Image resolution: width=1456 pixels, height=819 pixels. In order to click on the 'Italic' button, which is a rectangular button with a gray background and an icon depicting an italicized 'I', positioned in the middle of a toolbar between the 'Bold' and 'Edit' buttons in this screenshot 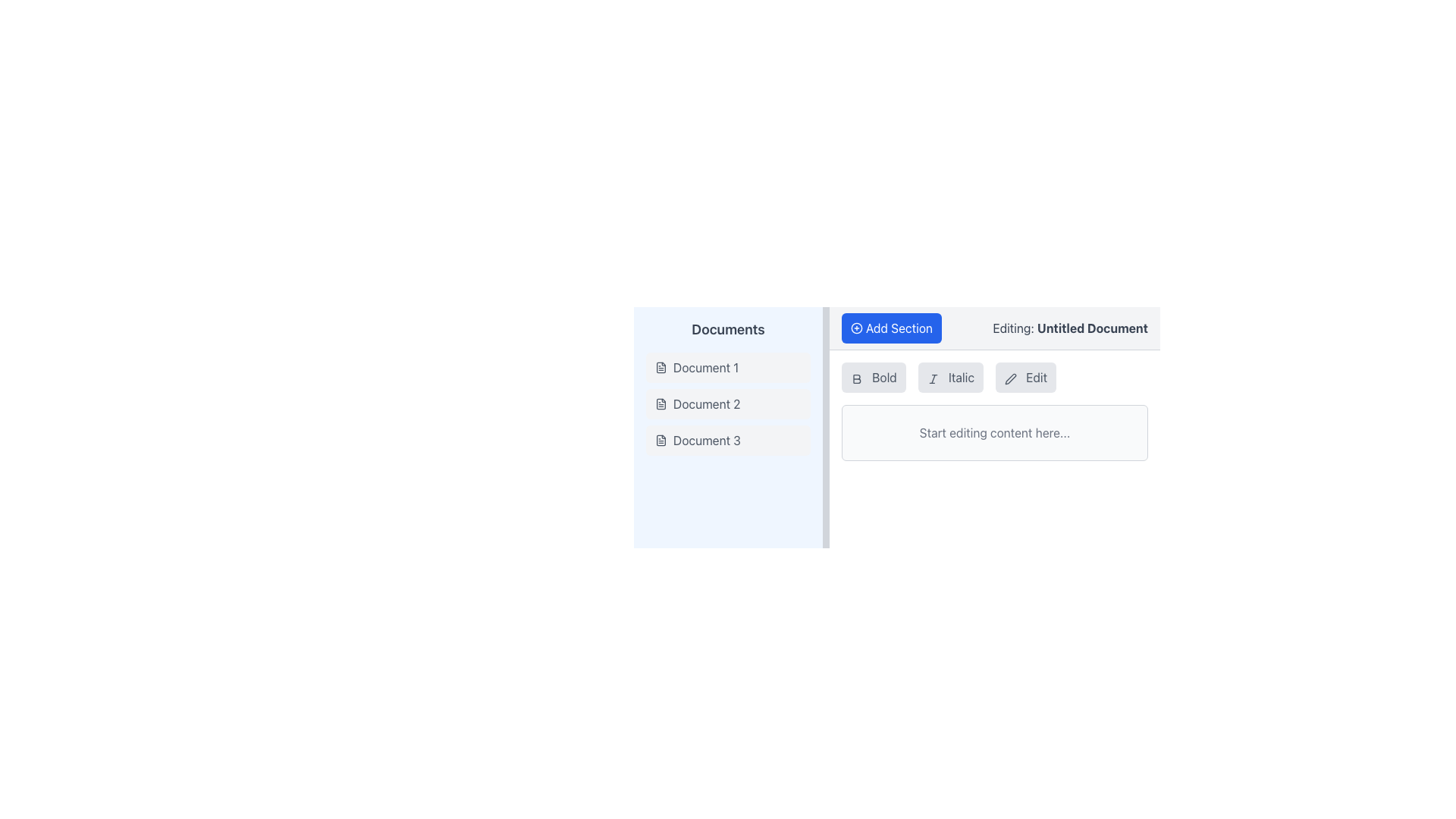, I will do `click(949, 376)`.